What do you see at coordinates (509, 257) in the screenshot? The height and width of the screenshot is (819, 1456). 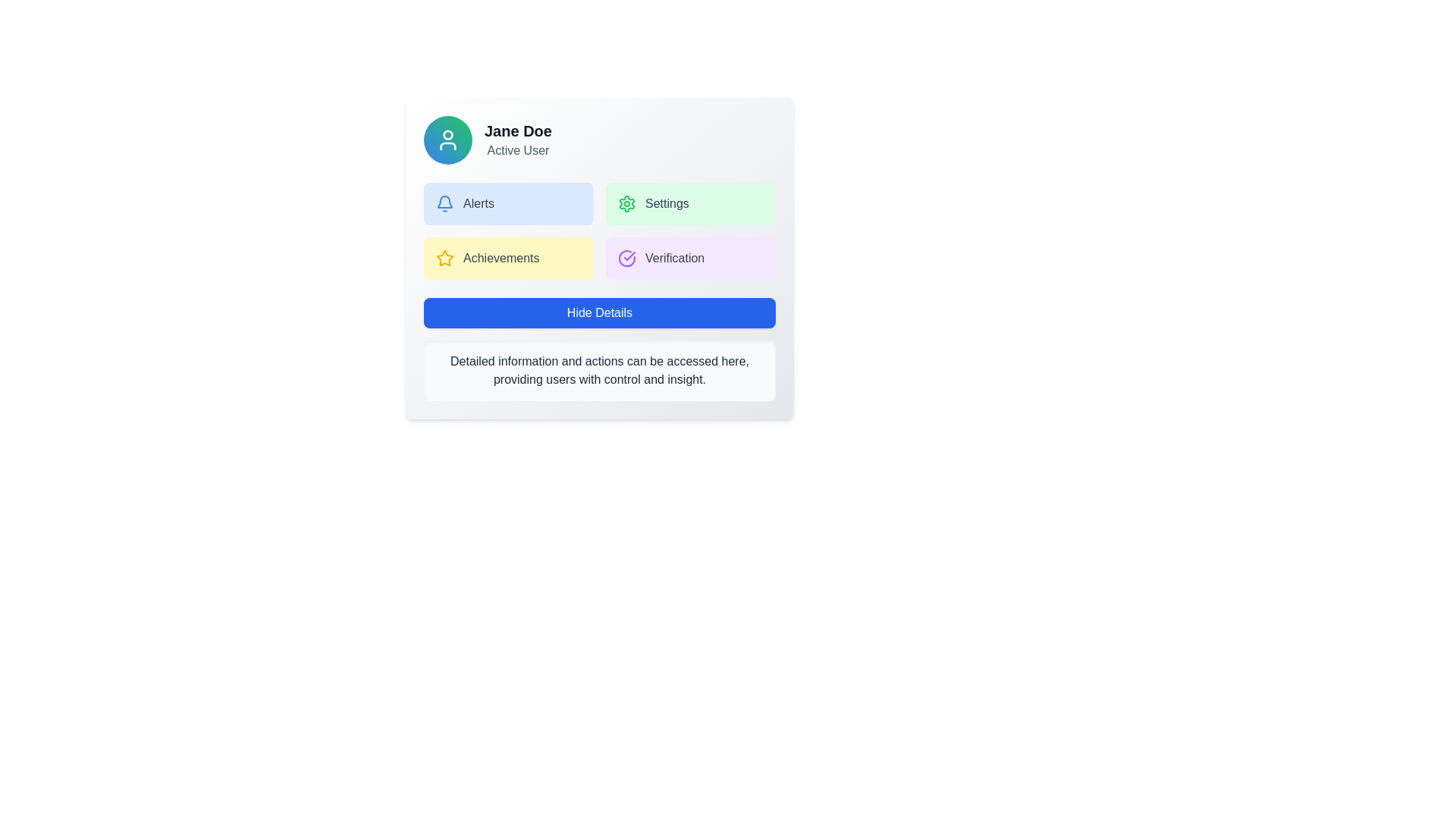 I see `text 'Achievements' from the light yellow card with rounded corners located in the top-middle part of the interface` at bounding box center [509, 257].